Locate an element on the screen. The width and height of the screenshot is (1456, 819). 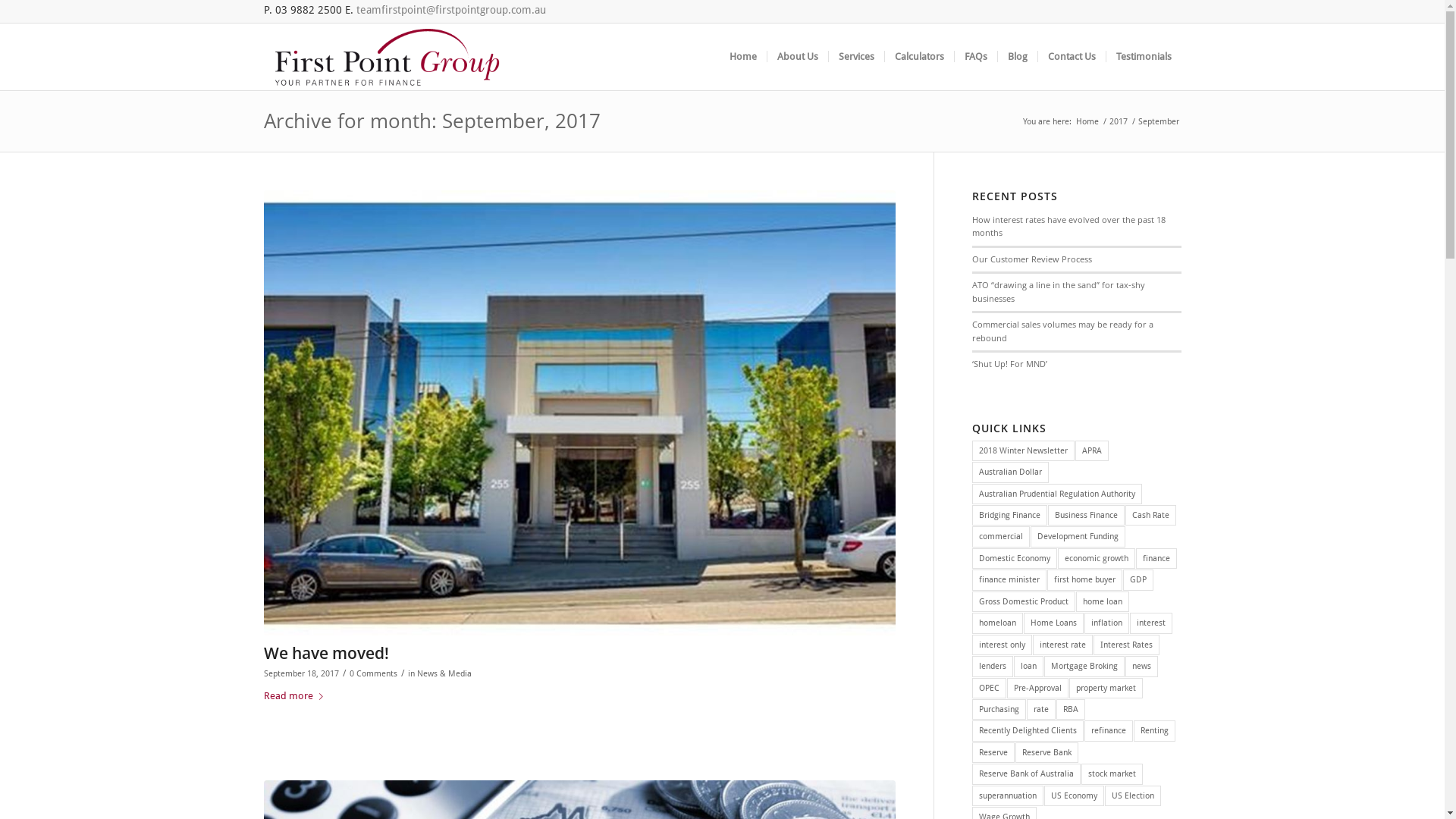
'interest rate' is located at coordinates (1032, 645).